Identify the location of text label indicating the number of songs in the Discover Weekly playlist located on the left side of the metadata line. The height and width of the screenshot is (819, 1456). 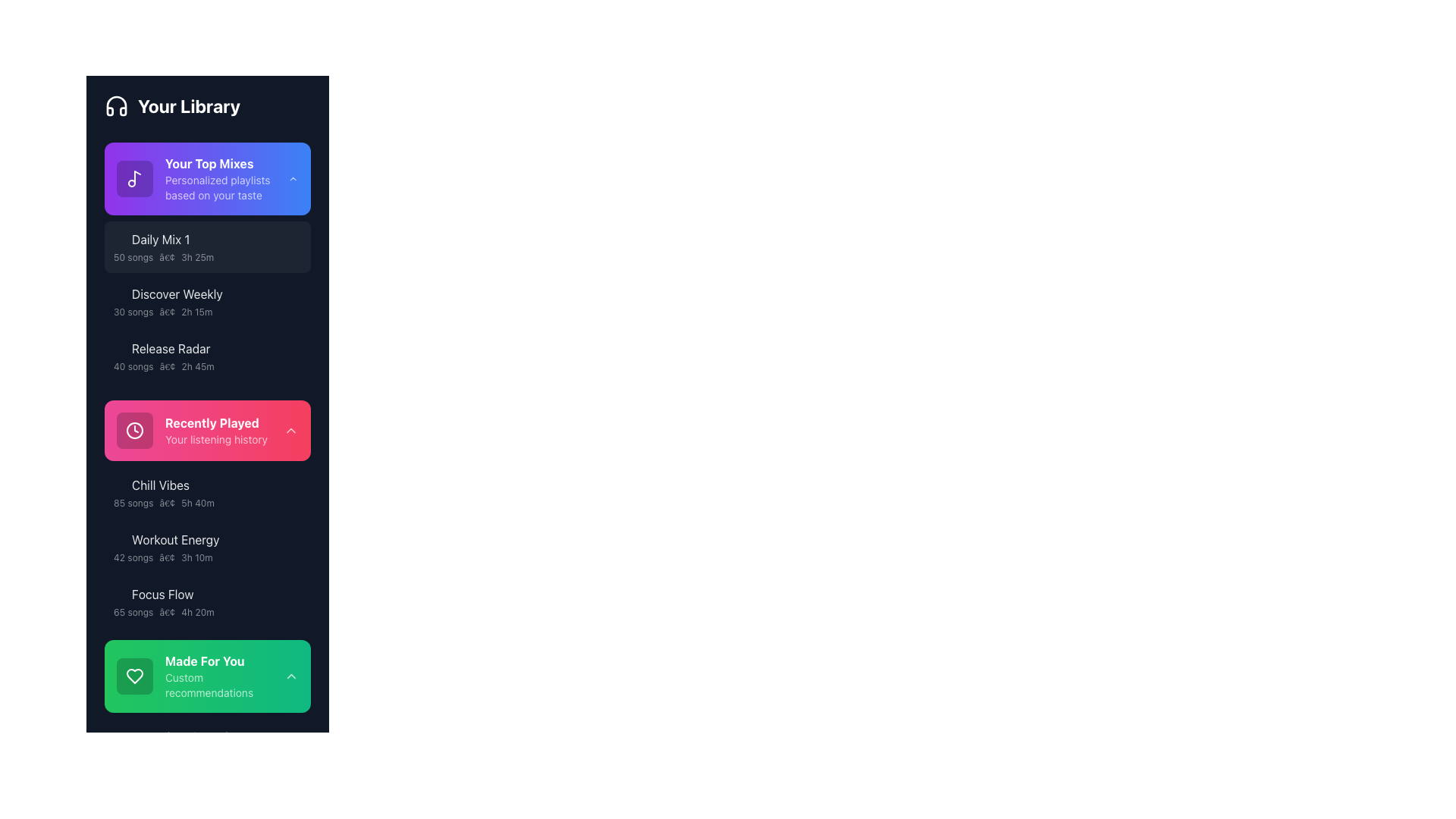
(133, 312).